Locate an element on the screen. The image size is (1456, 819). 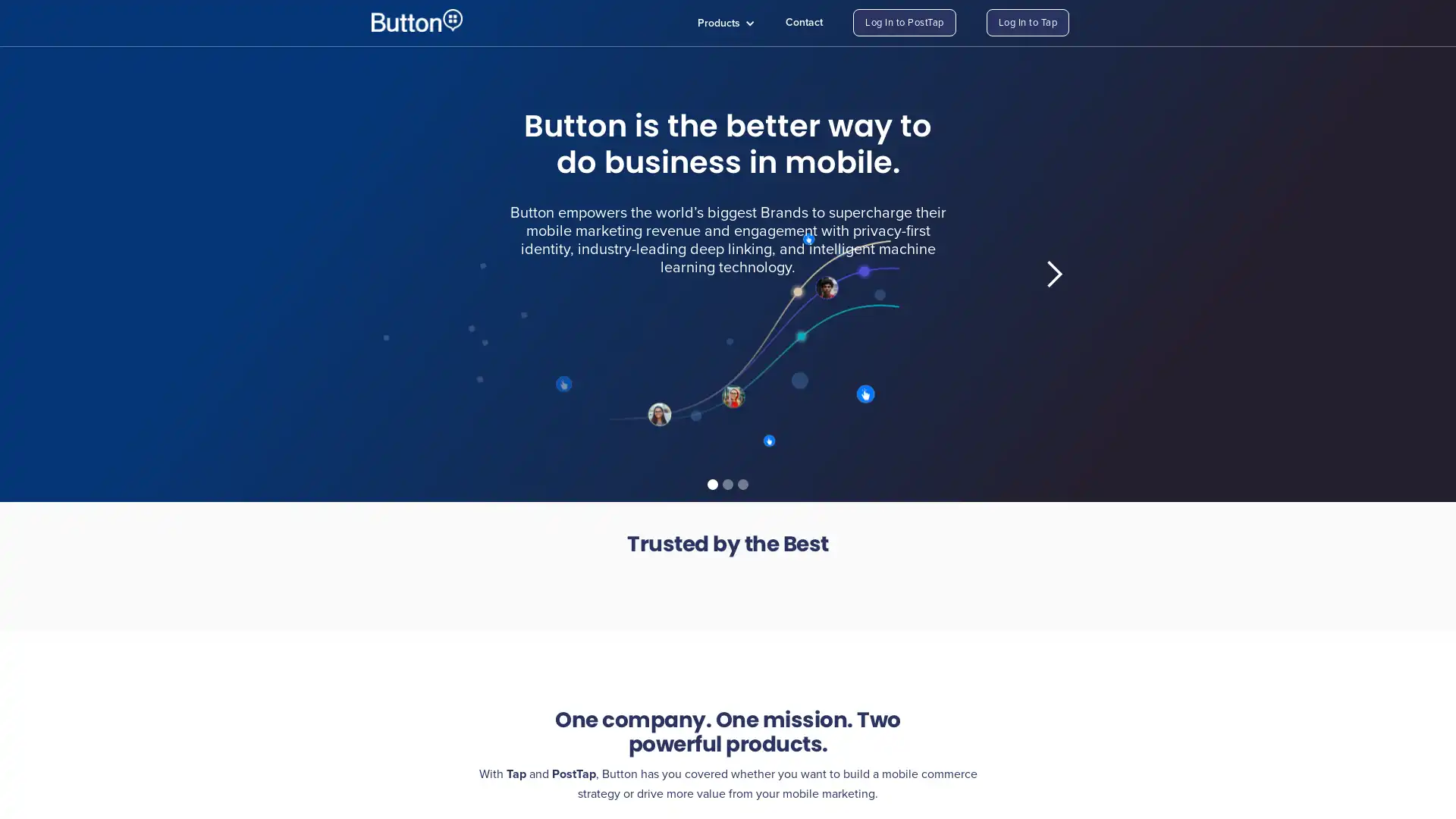
previous slide is located at coordinates (401, 275).